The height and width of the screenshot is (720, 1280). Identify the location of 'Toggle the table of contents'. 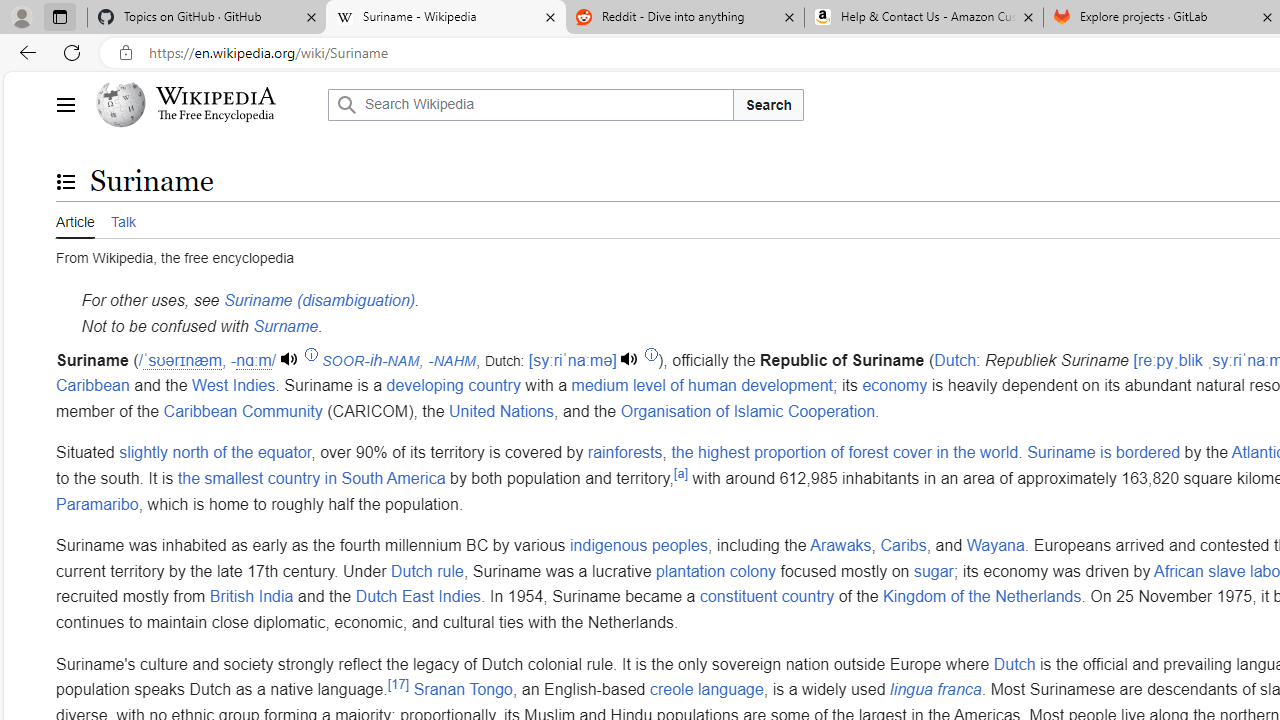
(65, 181).